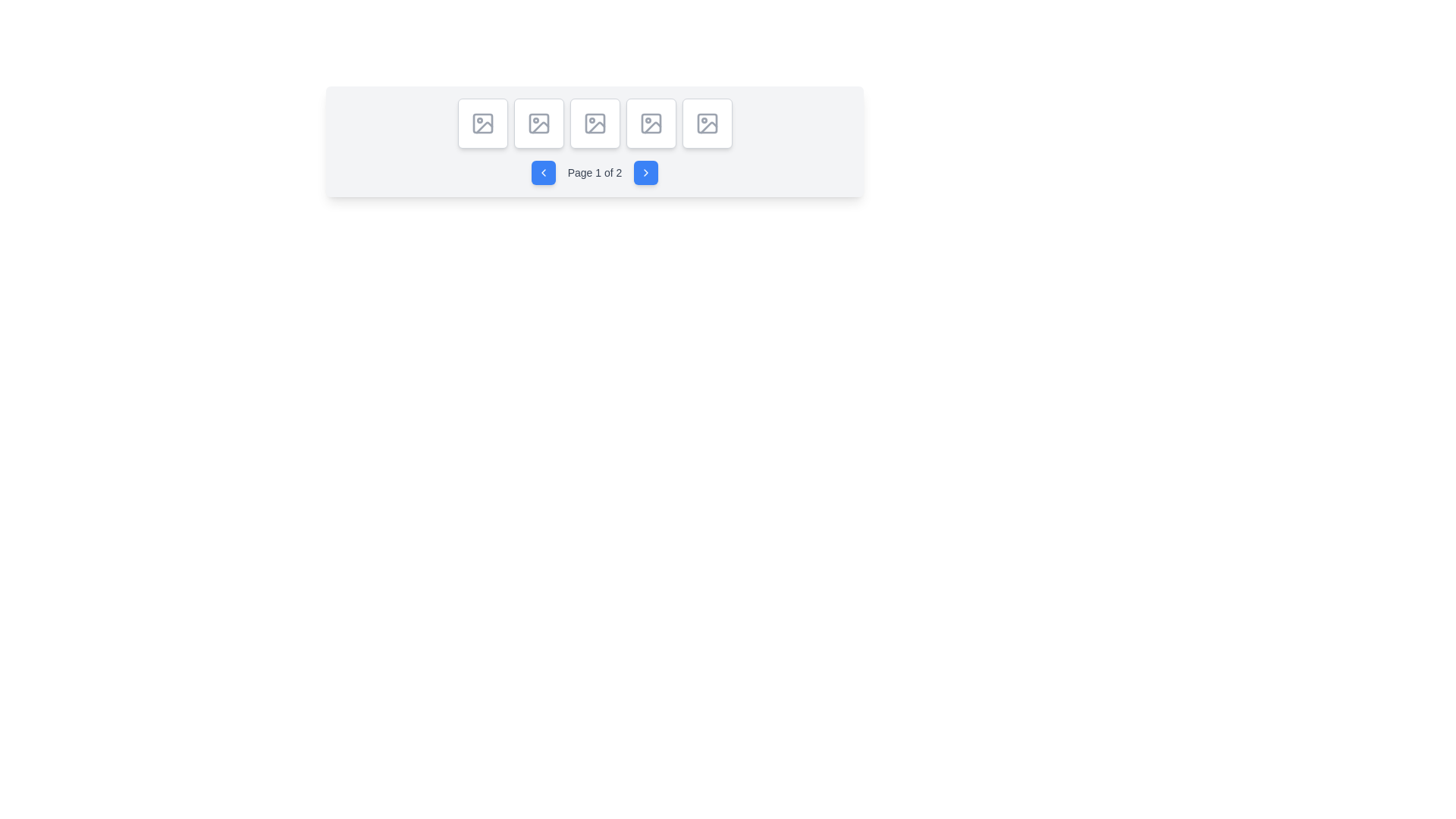 The image size is (1456, 819). What do you see at coordinates (594, 171) in the screenshot?
I see `the textual indicator displaying 'Page 1 of 2' in gray color, located centrally in the navigation control bar` at bounding box center [594, 171].